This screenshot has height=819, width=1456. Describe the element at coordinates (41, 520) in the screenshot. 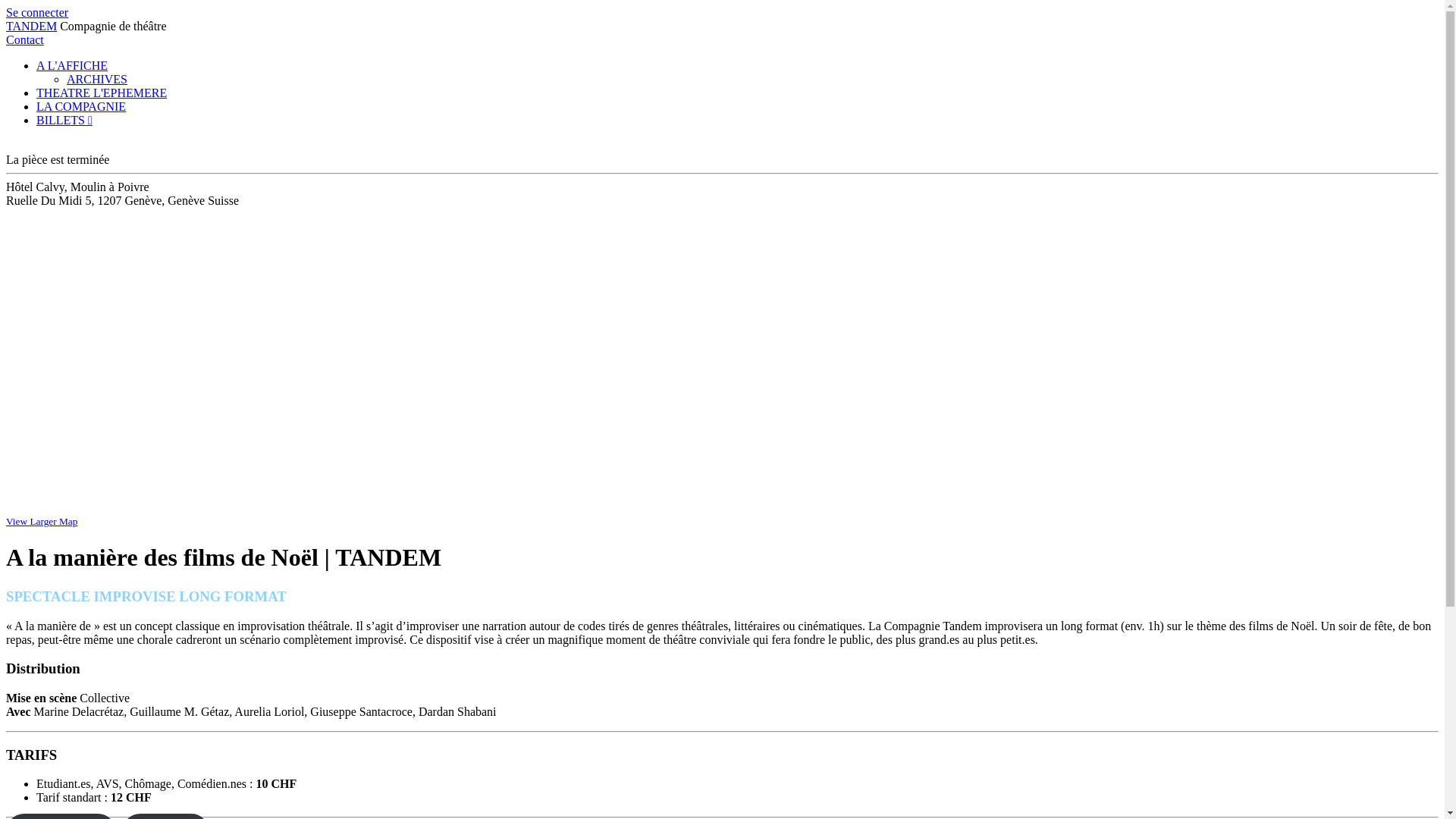

I see `'View Larger Map'` at that location.